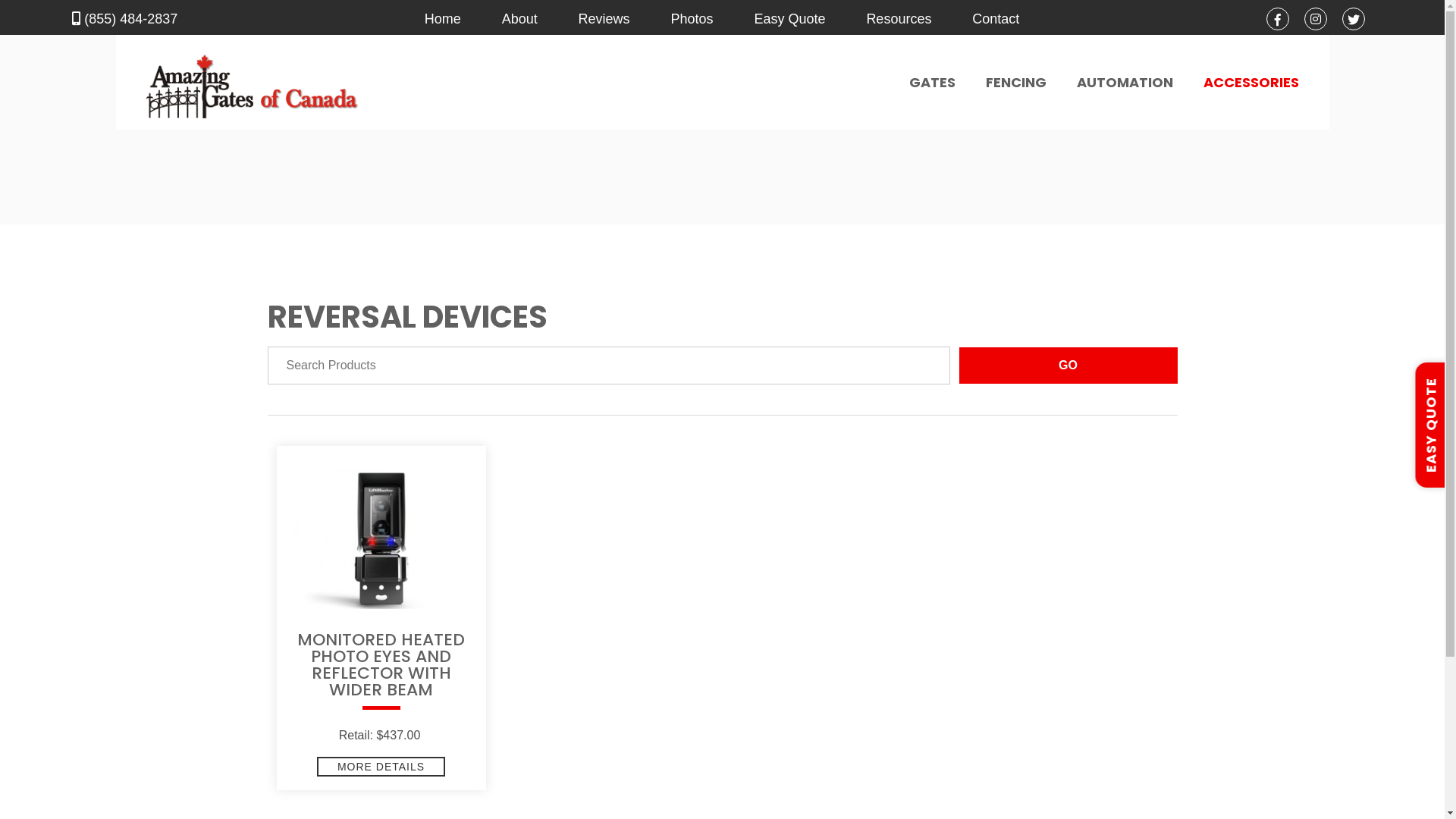 This screenshot has height=819, width=1456. Describe the element at coordinates (519, 18) in the screenshot. I see `'About'` at that location.